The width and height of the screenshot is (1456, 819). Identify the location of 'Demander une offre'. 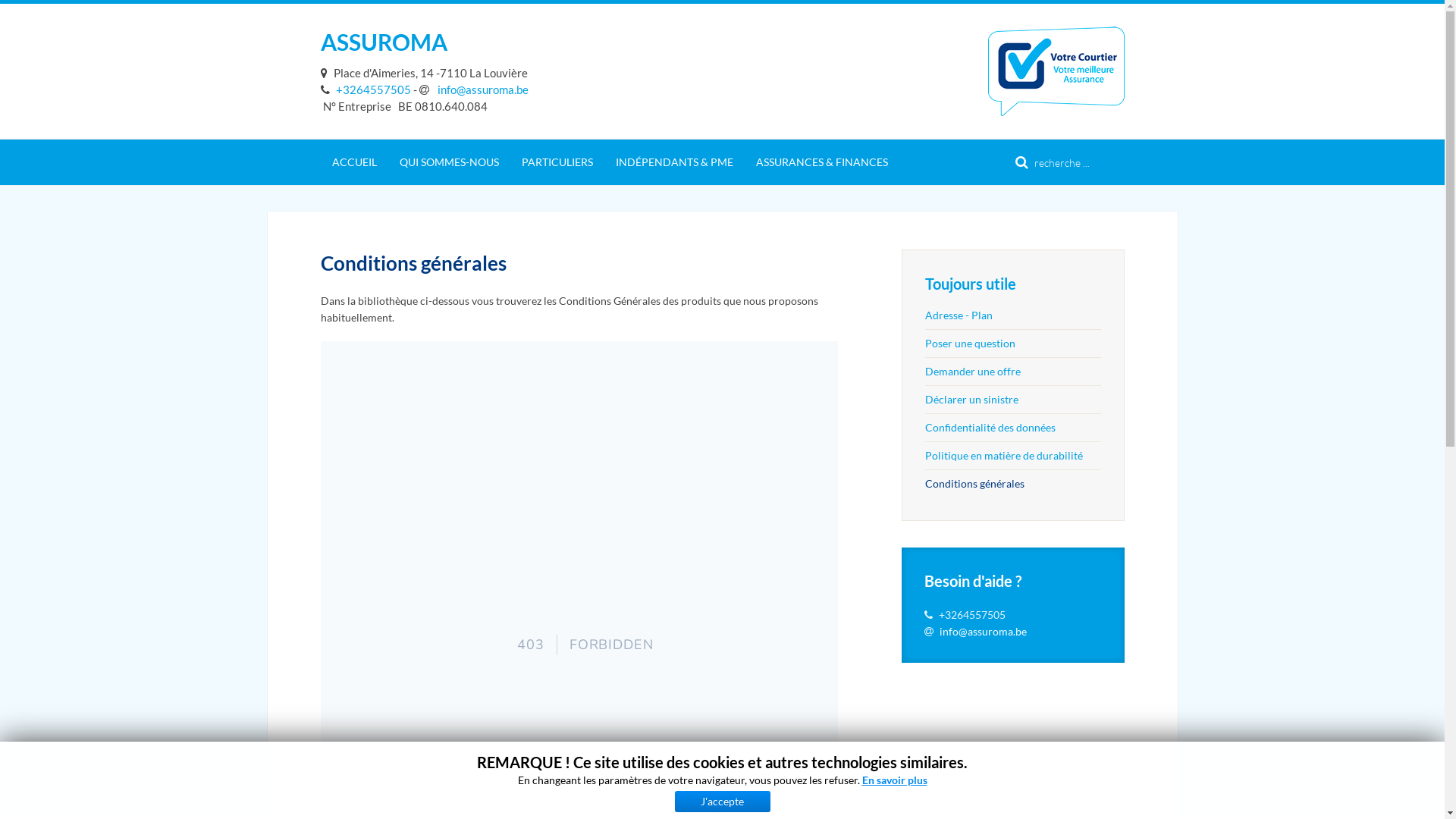
(1012, 371).